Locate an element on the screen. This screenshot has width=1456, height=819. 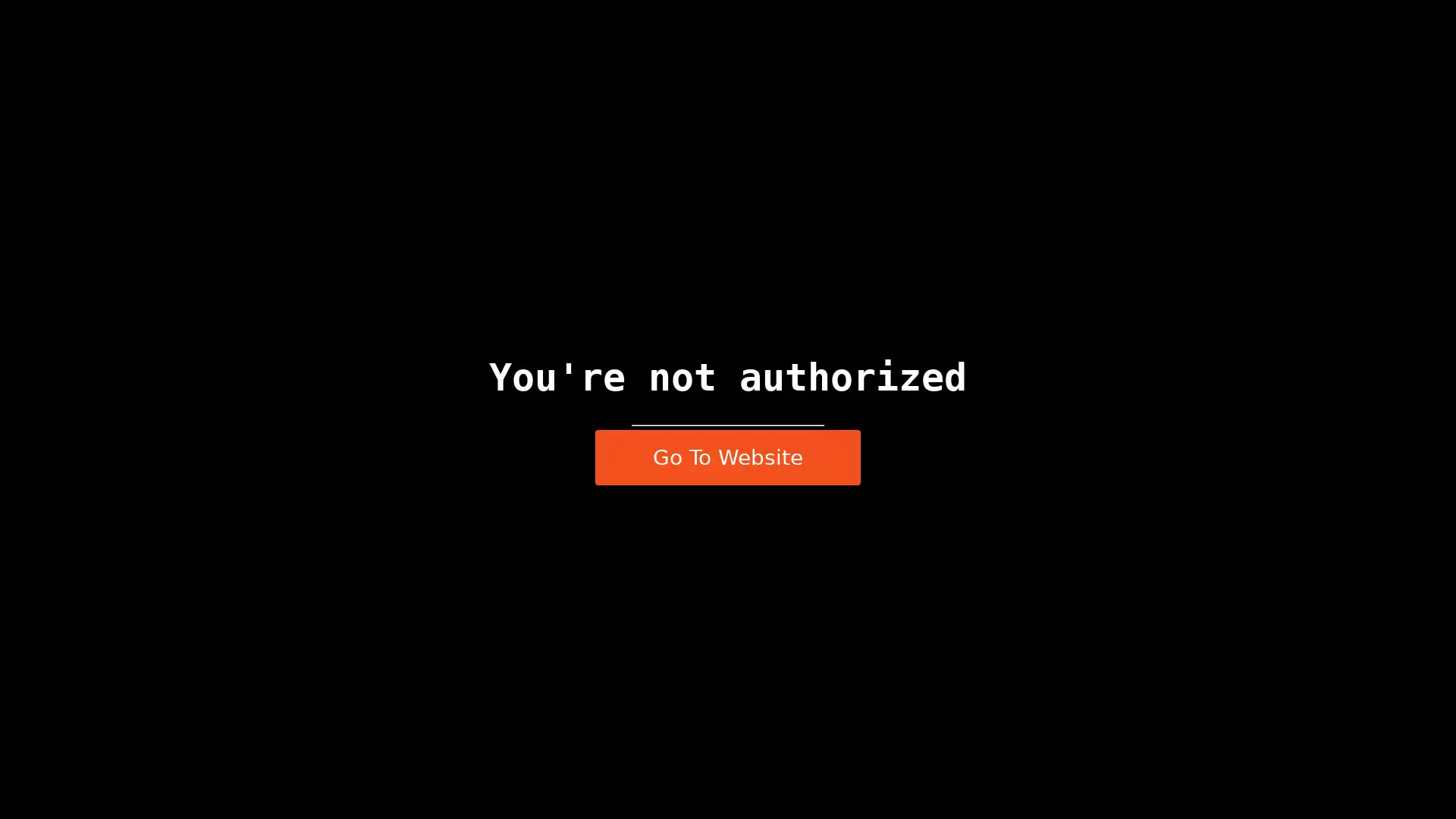
Go To Website is located at coordinates (728, 457).